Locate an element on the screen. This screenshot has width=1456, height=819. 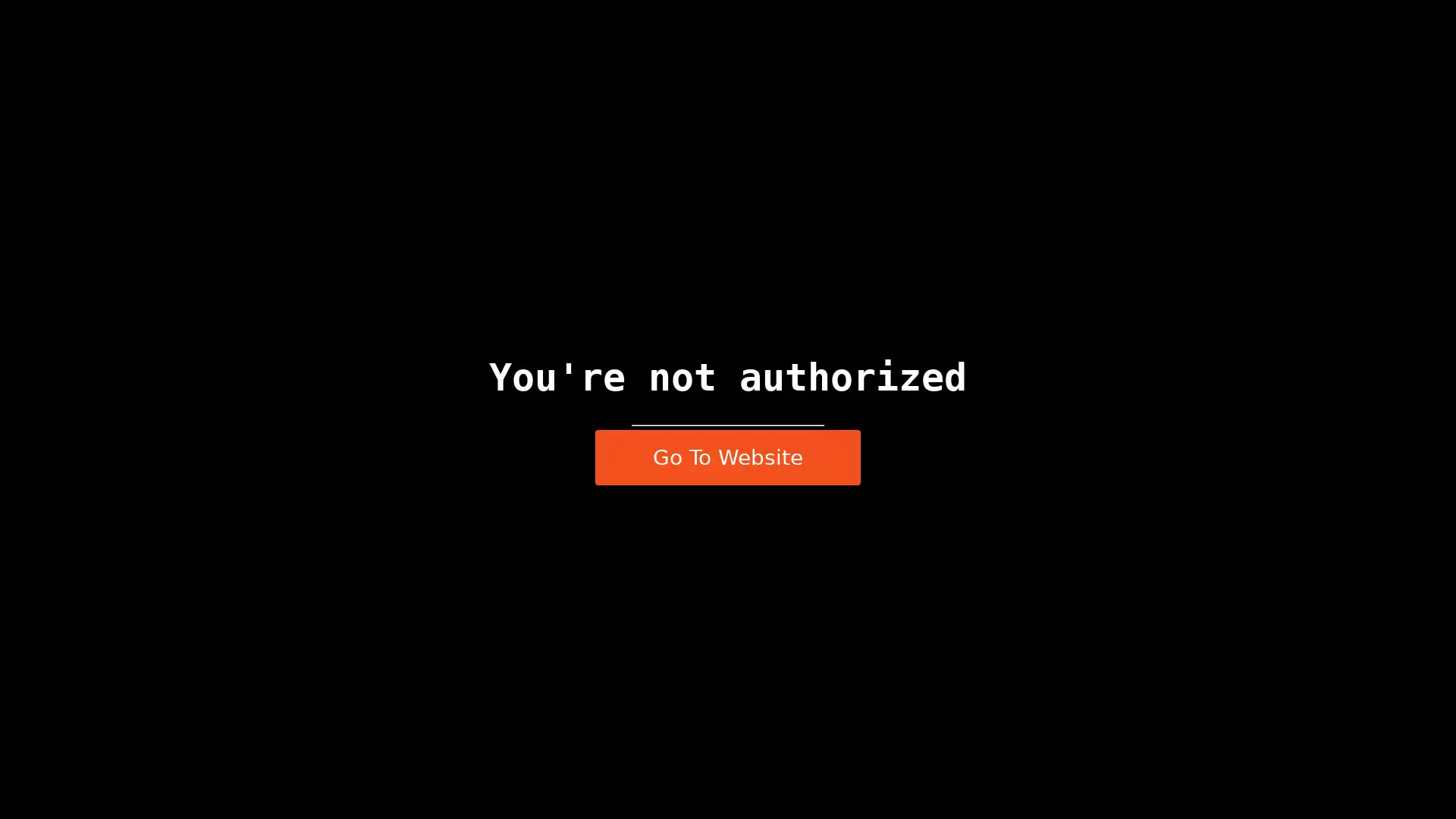
Go To Website is located at coordinates (728, 457).